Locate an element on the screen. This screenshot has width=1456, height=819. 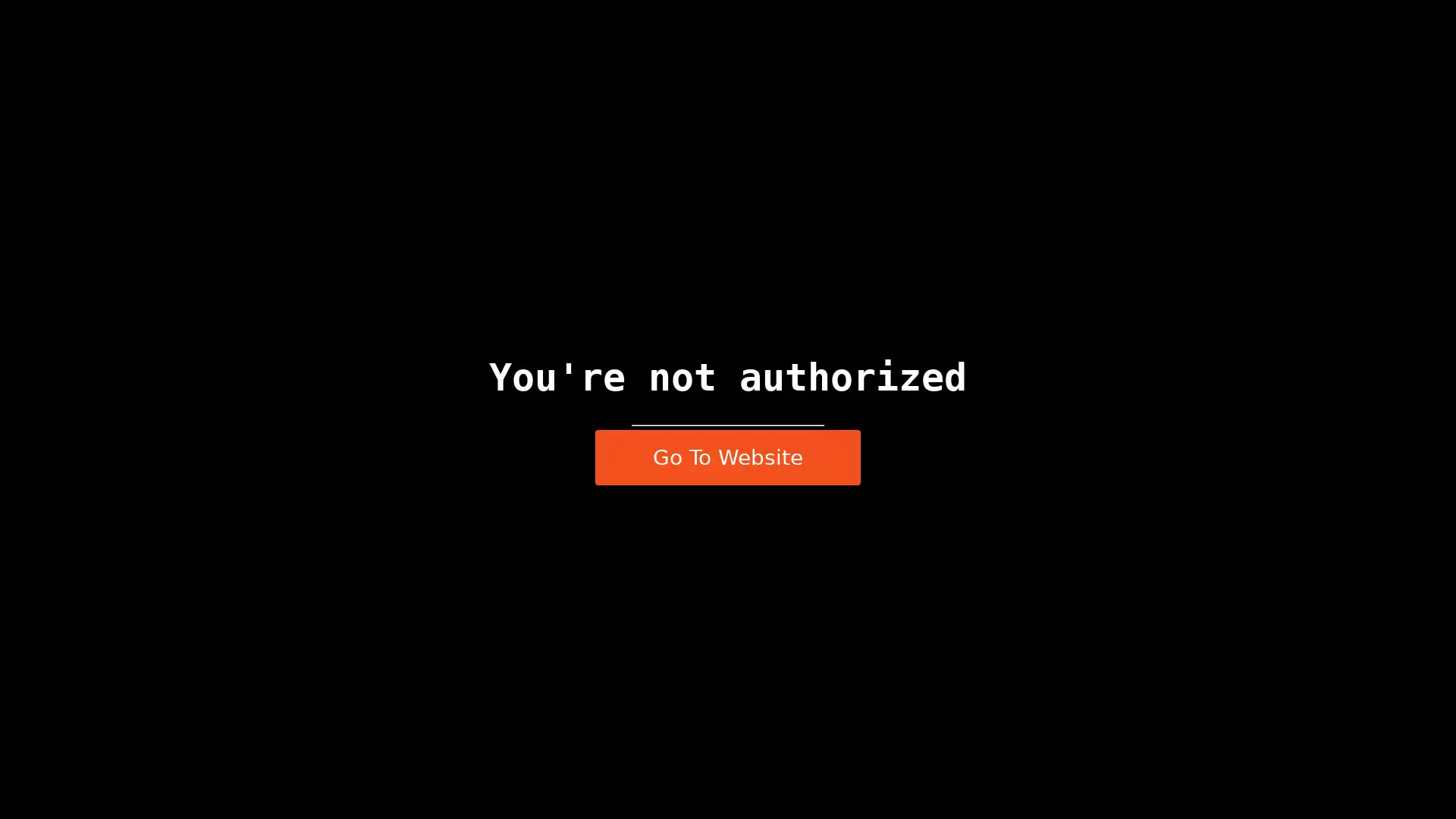
Go To Website is located at coordinates (728, 457).